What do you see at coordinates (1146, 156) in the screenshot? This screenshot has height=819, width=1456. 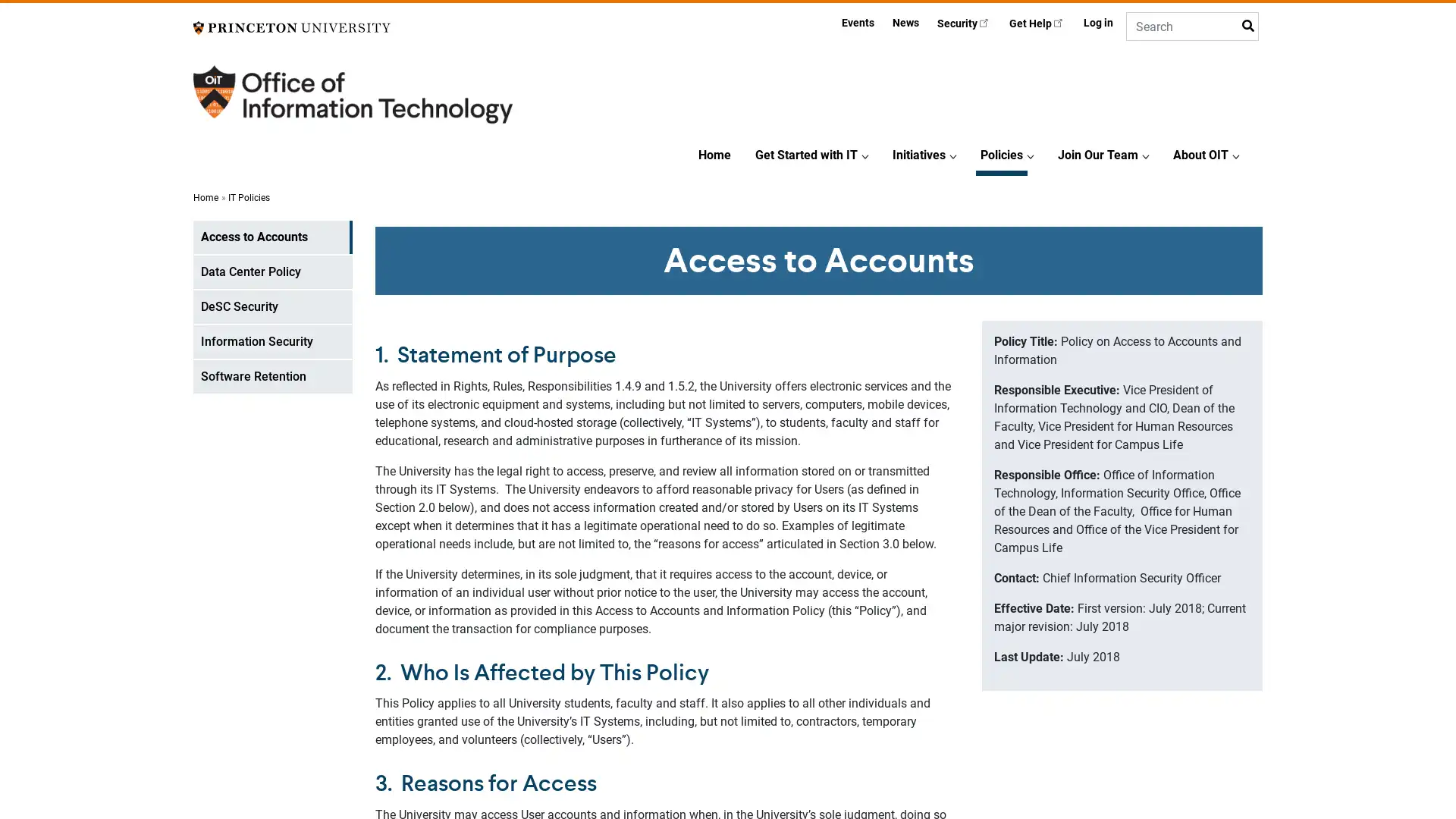 I see `Join Our TeamSubmenu` at bounding box center [1146, 156].